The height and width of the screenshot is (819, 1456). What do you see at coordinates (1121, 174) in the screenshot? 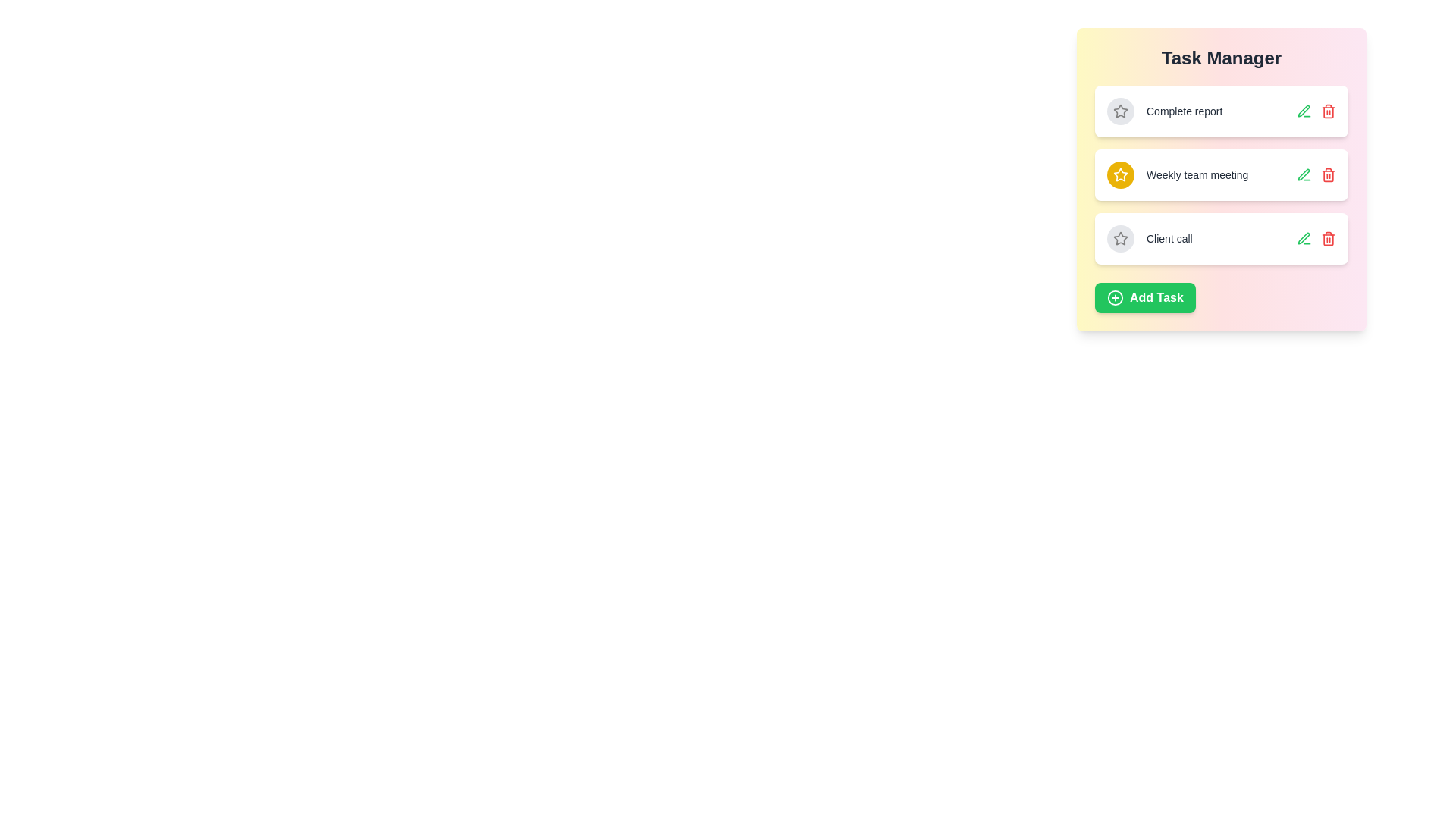
I see `the star icon of the task titled Weekly team meeting to toggle its importance` at bounding box center [1121, 174].